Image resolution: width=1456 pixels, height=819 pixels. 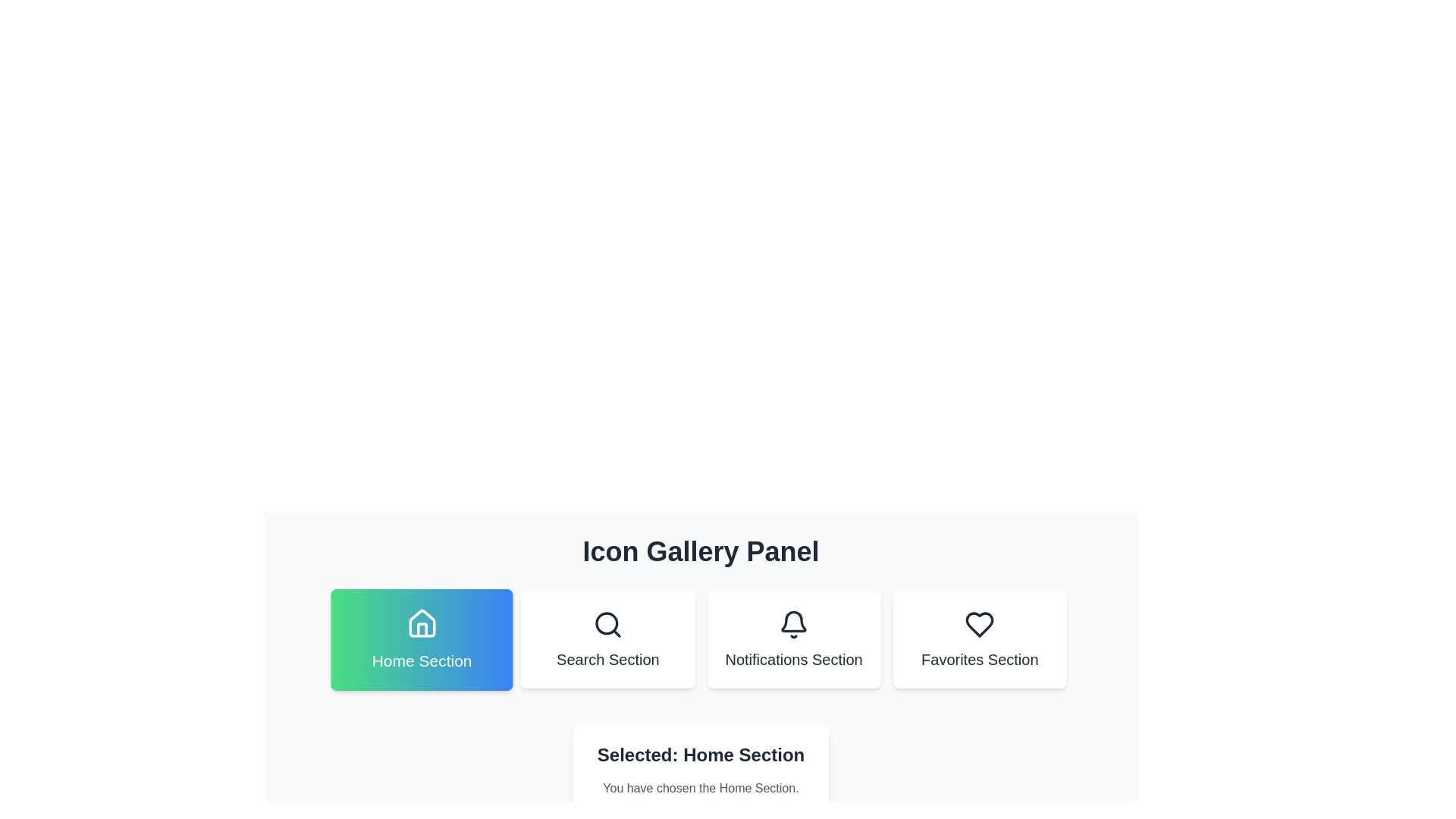 I want to click on the heart icon representing the 'Favorites Section', which is centrally located above the text label 'Favorites Section', so click(x=980, y=625).